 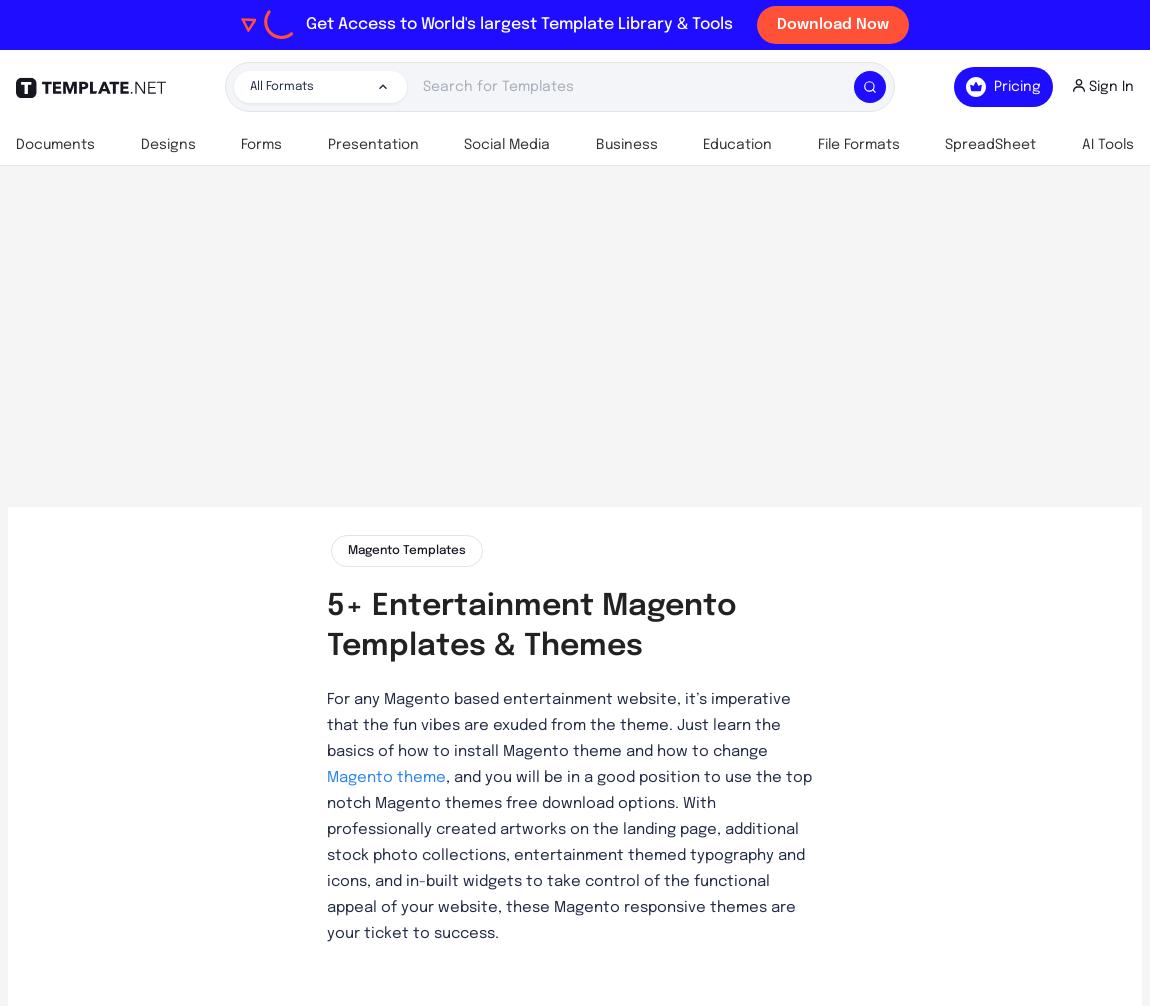 What do you see at coordinates (54, 144) in the screenshot?
I see `'Documents'` at bounding box center [54, 144].